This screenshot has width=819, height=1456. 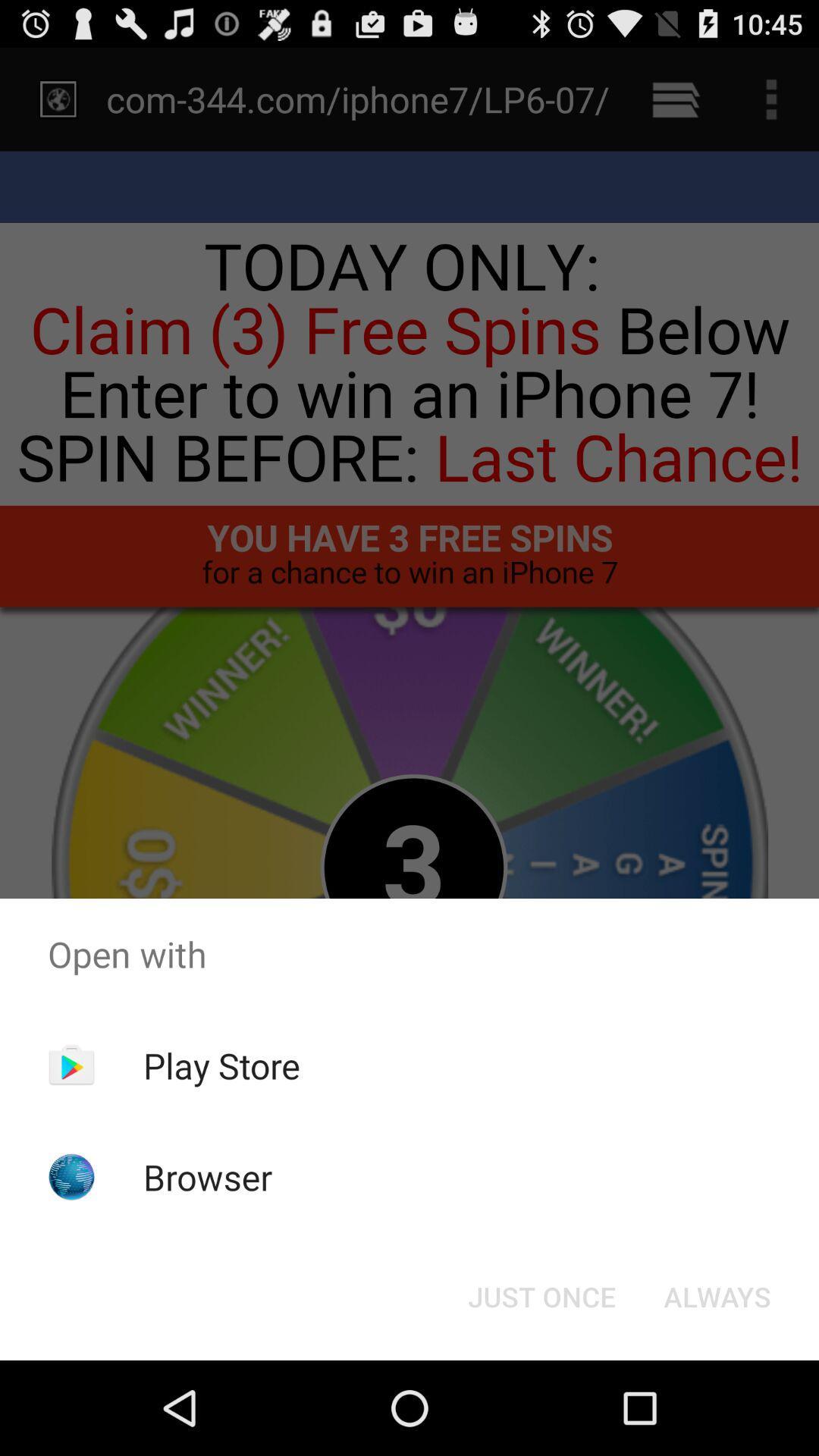 What do you see at coordinates (717, 1295) in the screenshot?
I see `the button at the bottom right corner` at bounding box center [717, 1295].